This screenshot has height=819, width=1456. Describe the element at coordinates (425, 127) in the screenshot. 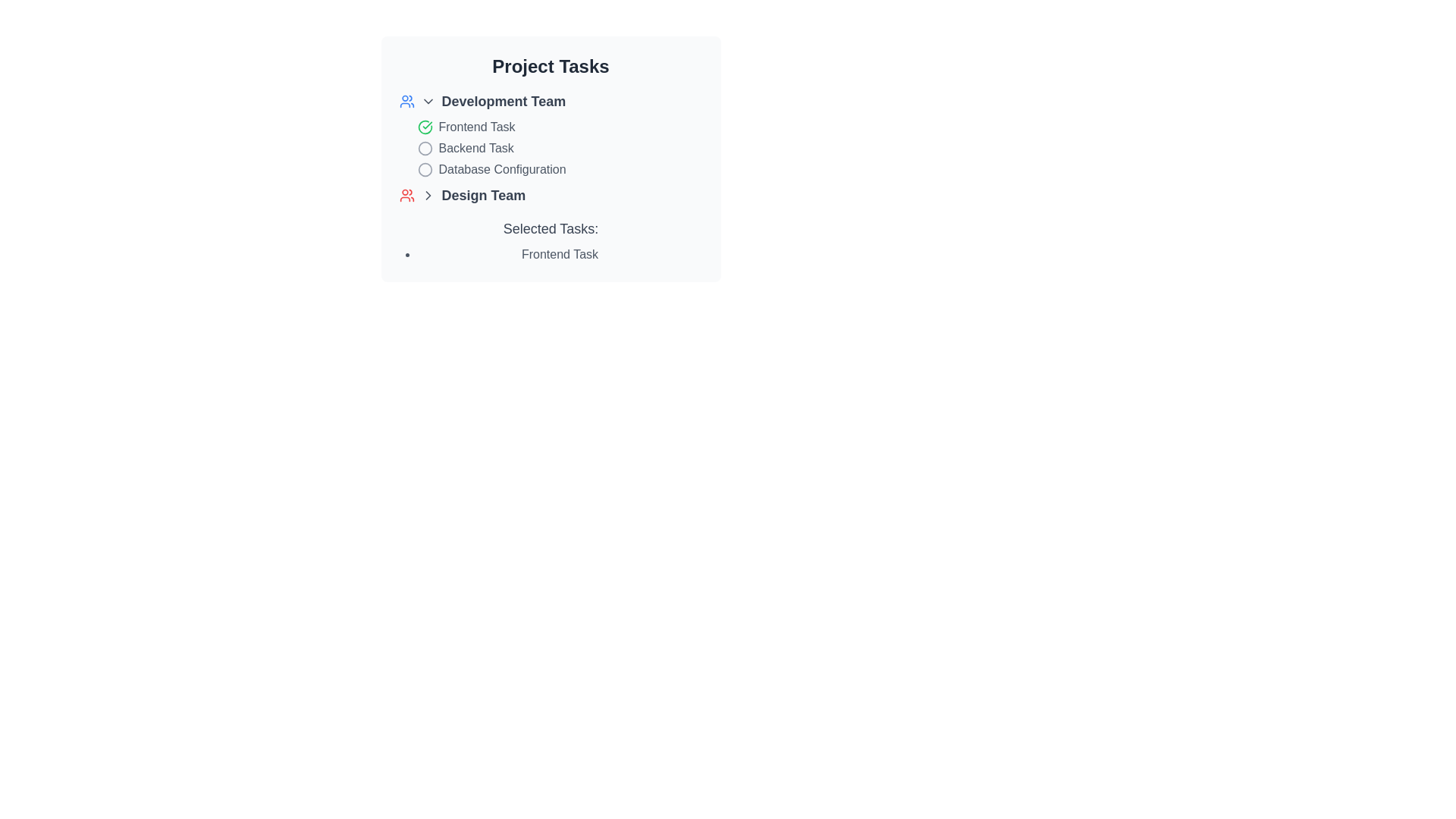

I see `the green checkmark icon indicating the completion of the 'Frontend Task' in the 'Development Team' section under 'Project Tasks'` at that location.